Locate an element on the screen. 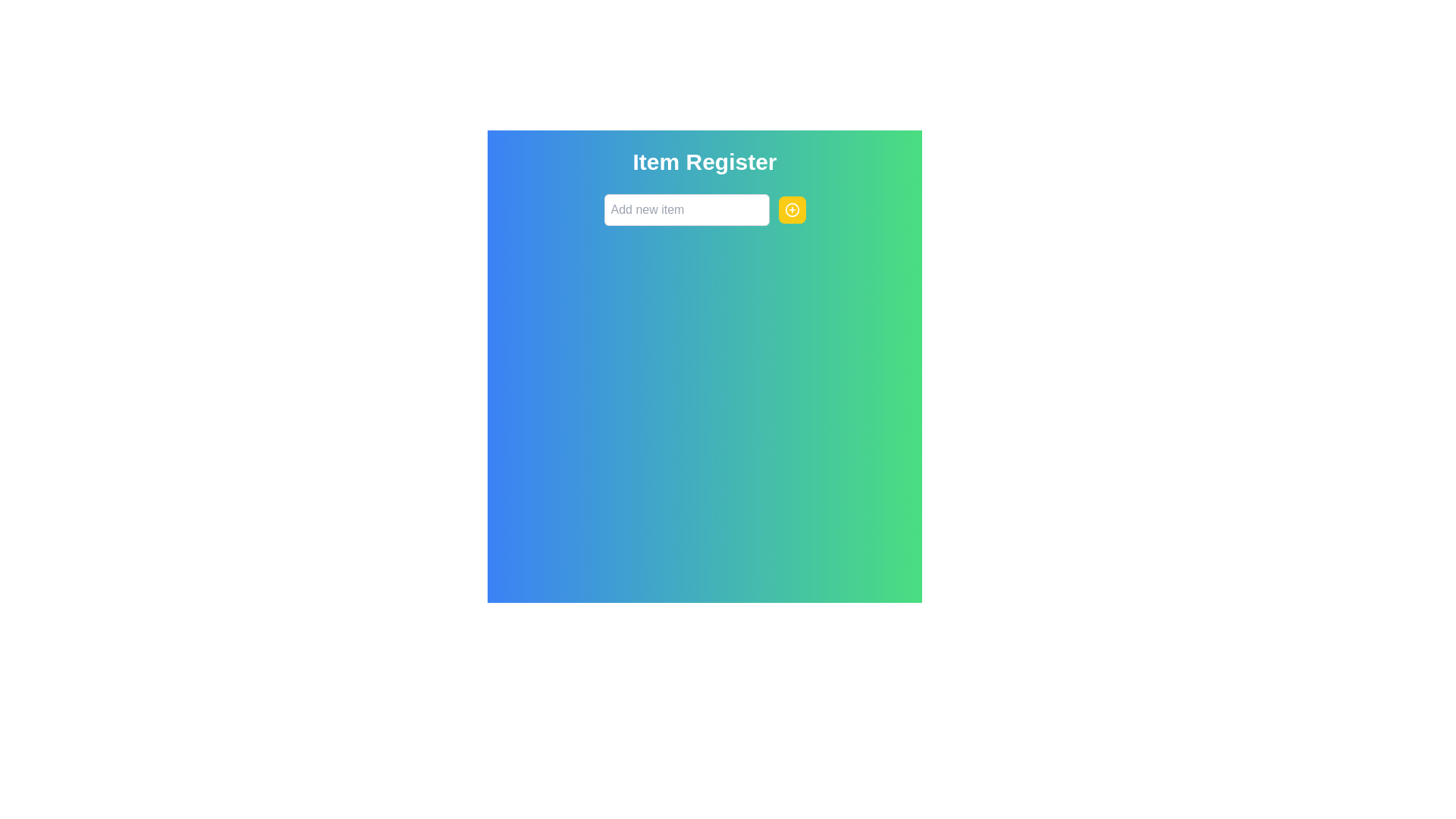 Image resolution: width=1456 pixels, height=819 pixels. the button located directly to the right of the 'Add new item' text input field is located at coordinates (791, 210).